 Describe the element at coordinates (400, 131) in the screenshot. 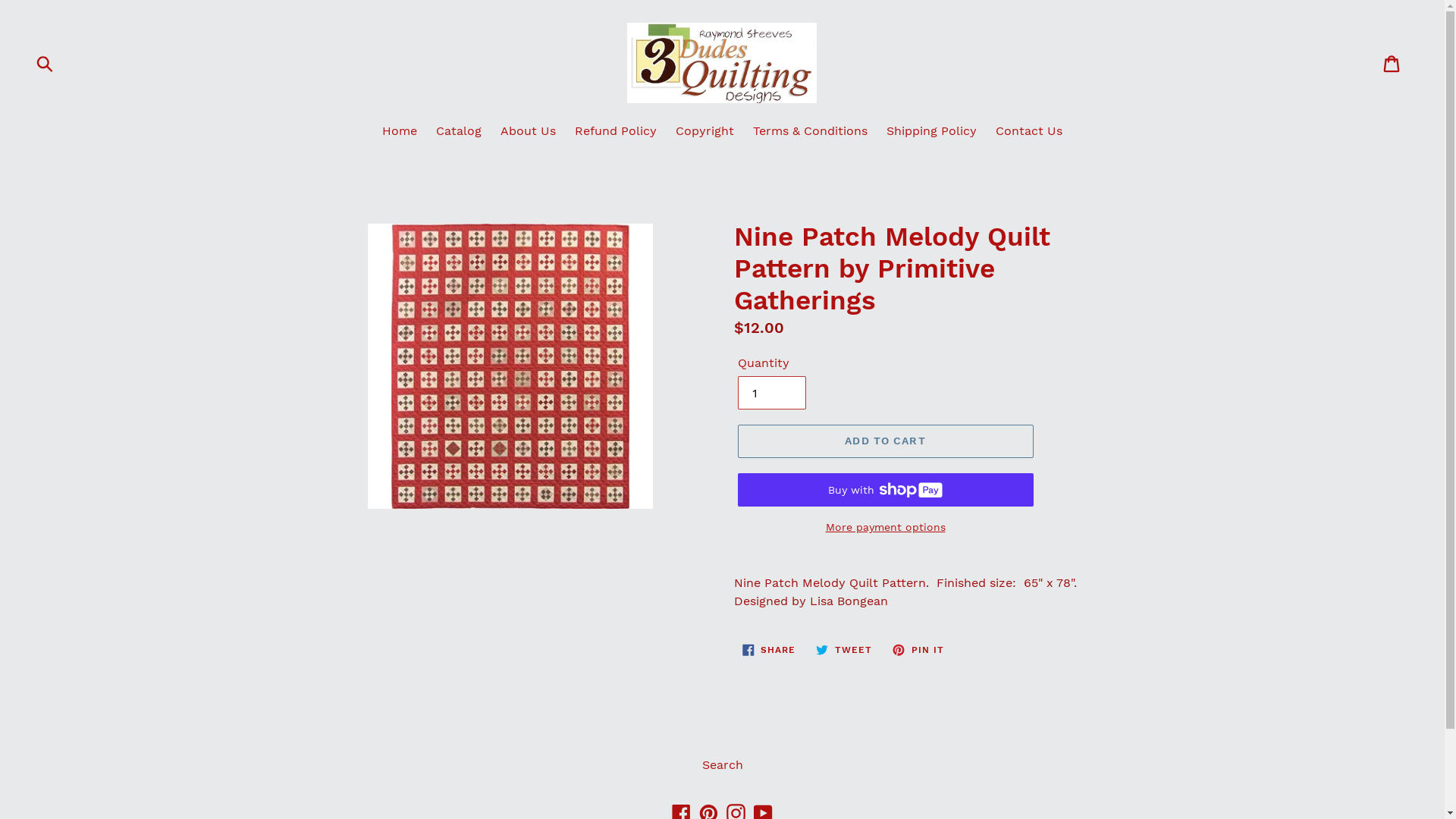

I see `'Home'` at that location.